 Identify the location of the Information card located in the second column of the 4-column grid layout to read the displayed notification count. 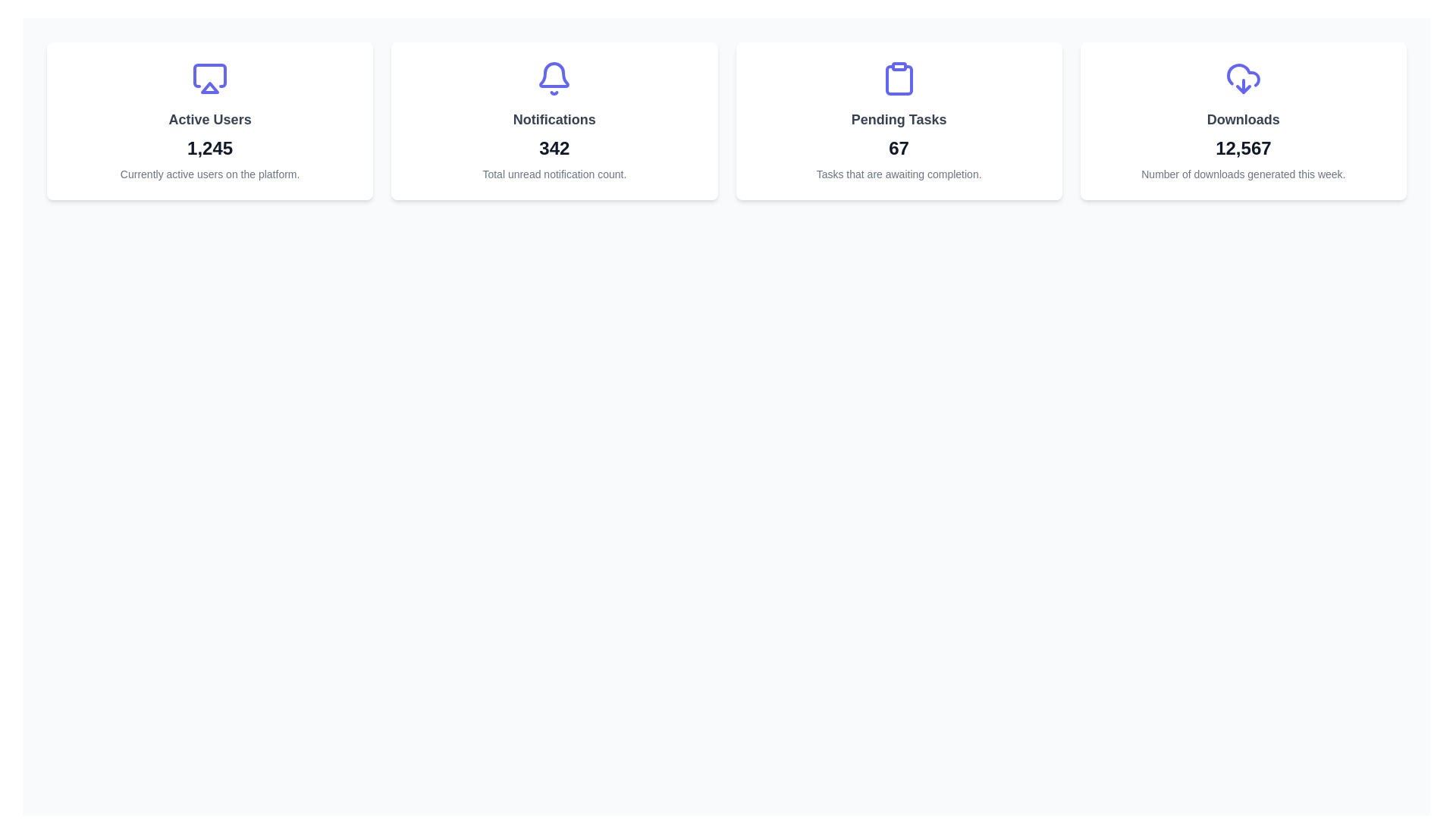
(554, 120).